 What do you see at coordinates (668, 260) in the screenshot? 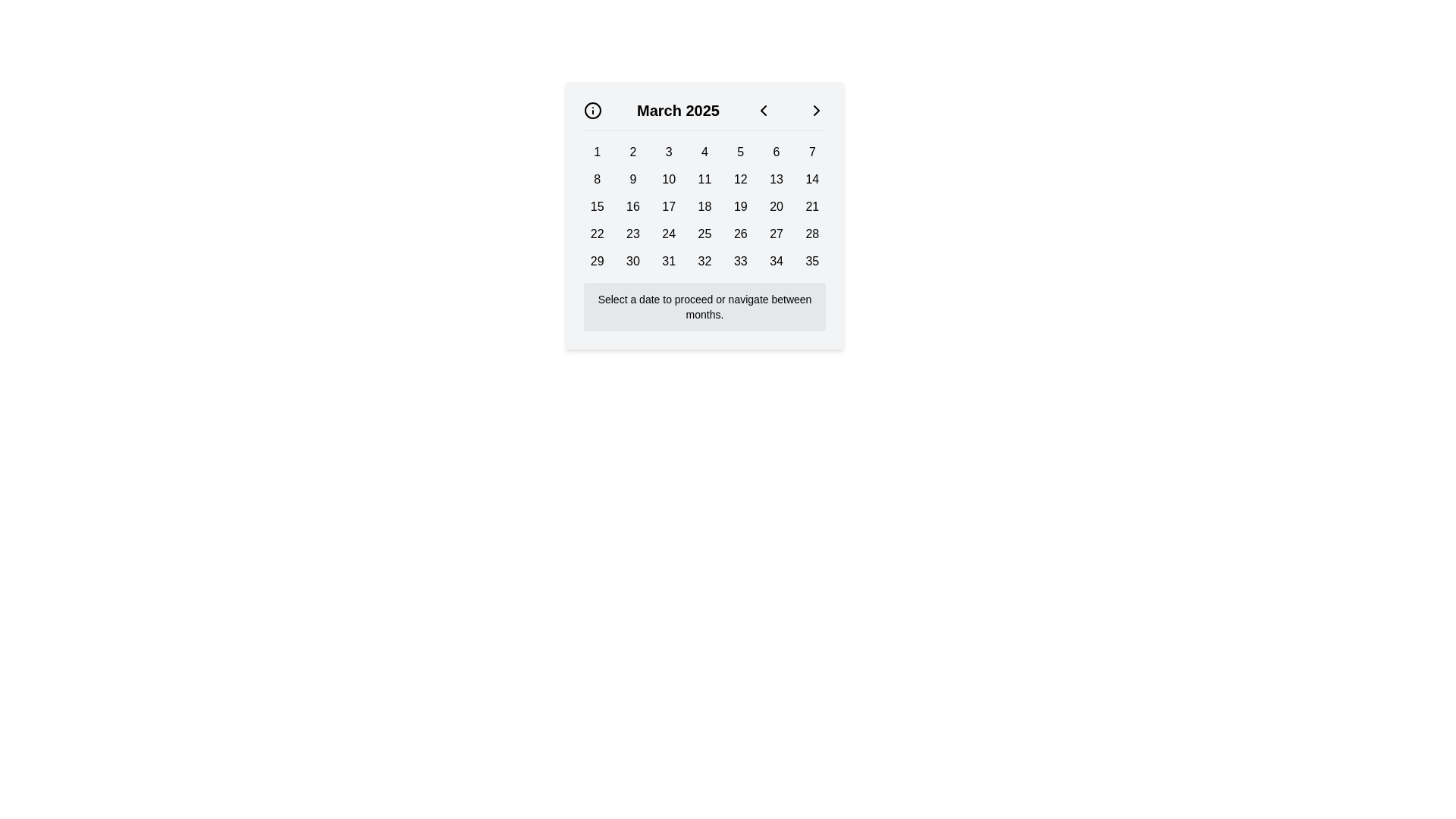
I see `the date selection button labeled '31' in the calendar grid` at bounding box center [668, 260].